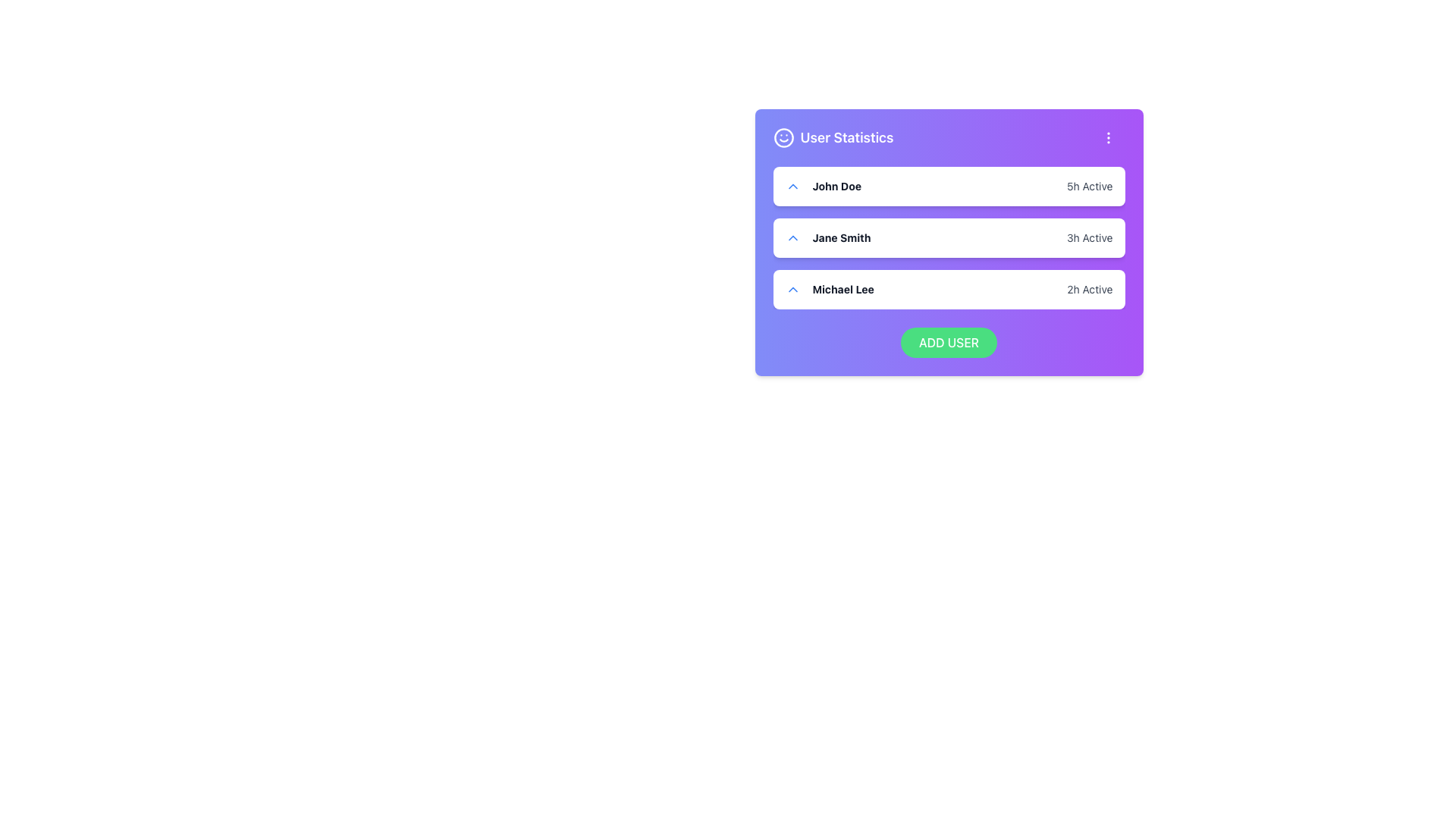 This screenshot has width=1456, height=819. What do you see at coordinates (948, 237) in the screenshot?
I see `the Group element containing the text 'Jane Smith 3h Active'` at bounding box center [948, 237].